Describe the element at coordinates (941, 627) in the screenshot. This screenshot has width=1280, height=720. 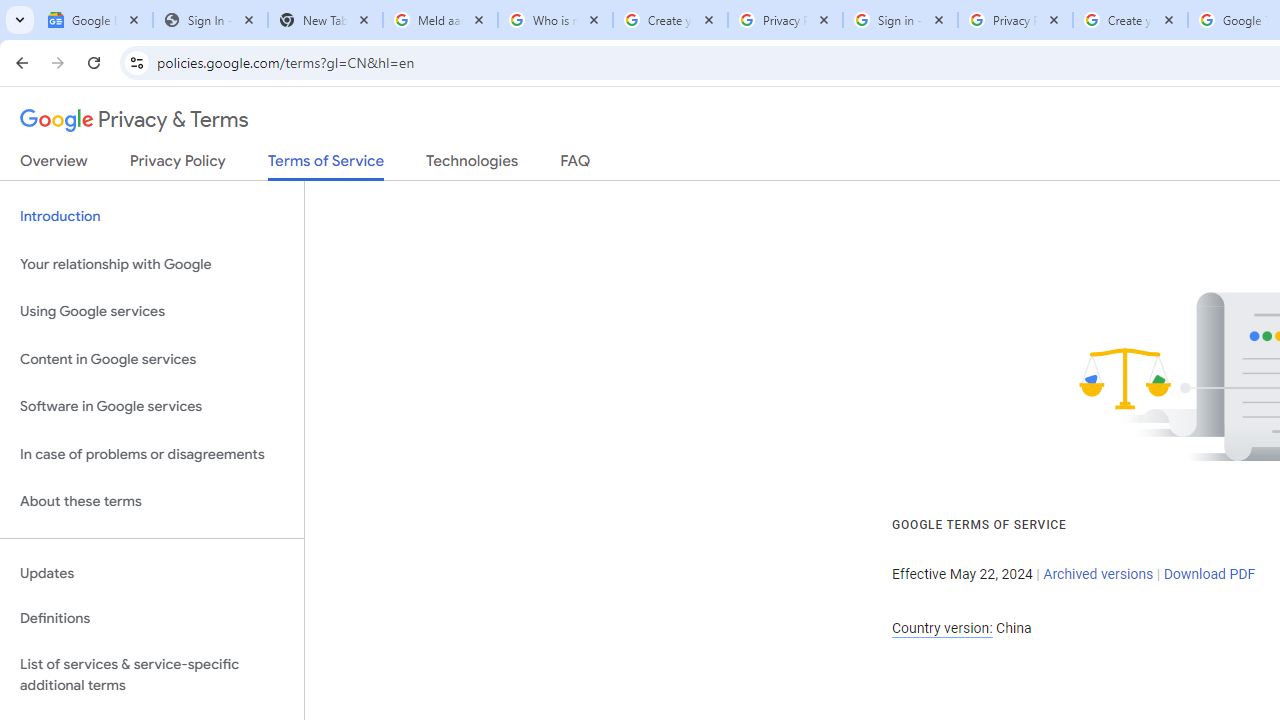
I see `'Country version:'` at that location.